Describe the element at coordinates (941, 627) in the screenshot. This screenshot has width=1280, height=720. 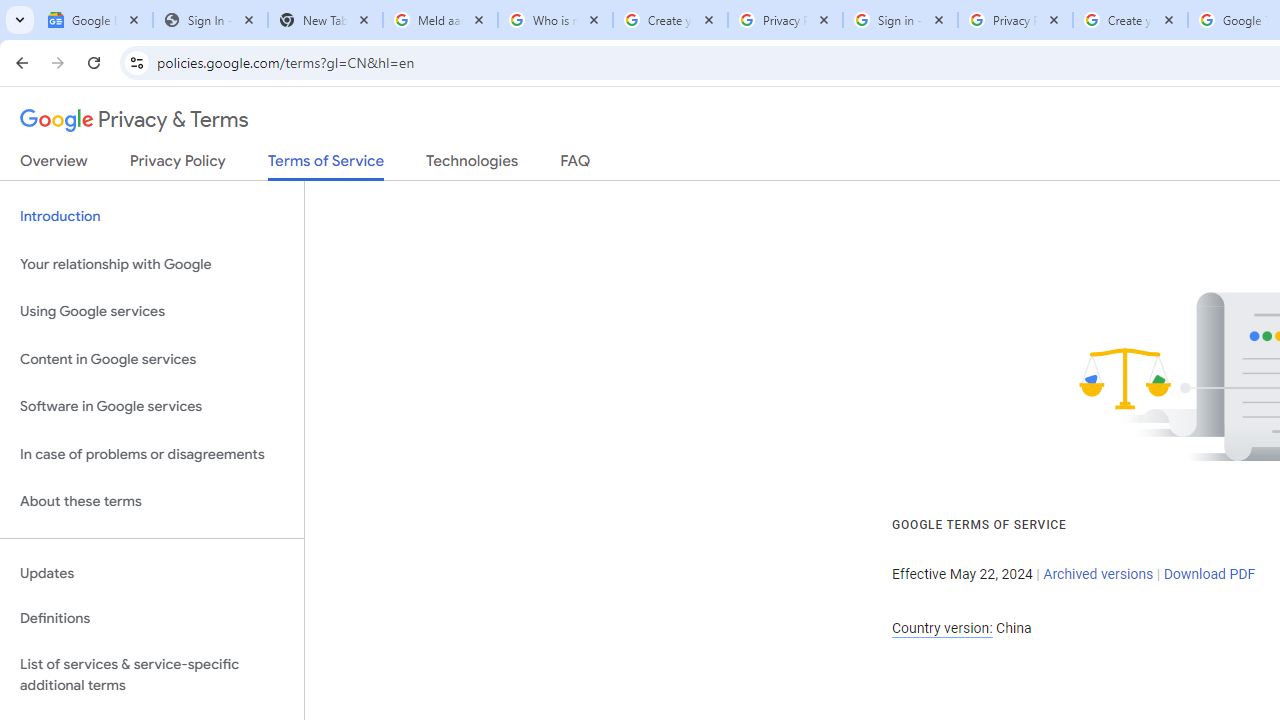
I see `'Country version:'` at that location.